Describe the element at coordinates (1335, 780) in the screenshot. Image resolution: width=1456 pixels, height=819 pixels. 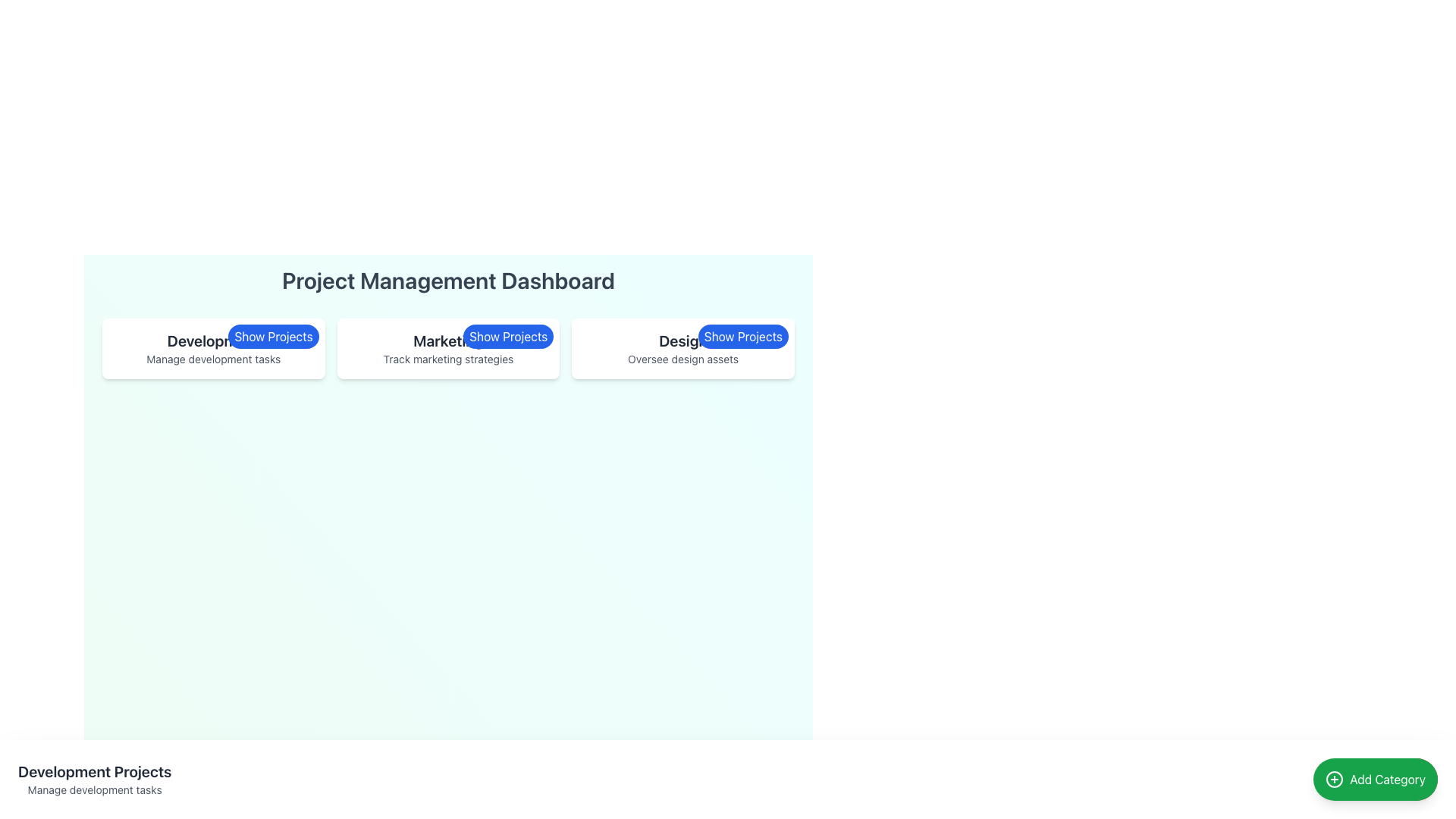
I see `the interactive SVG Circle within the 'Add Category' button located at the bottom-right corner of the interface for keyboard navigation` at that location.